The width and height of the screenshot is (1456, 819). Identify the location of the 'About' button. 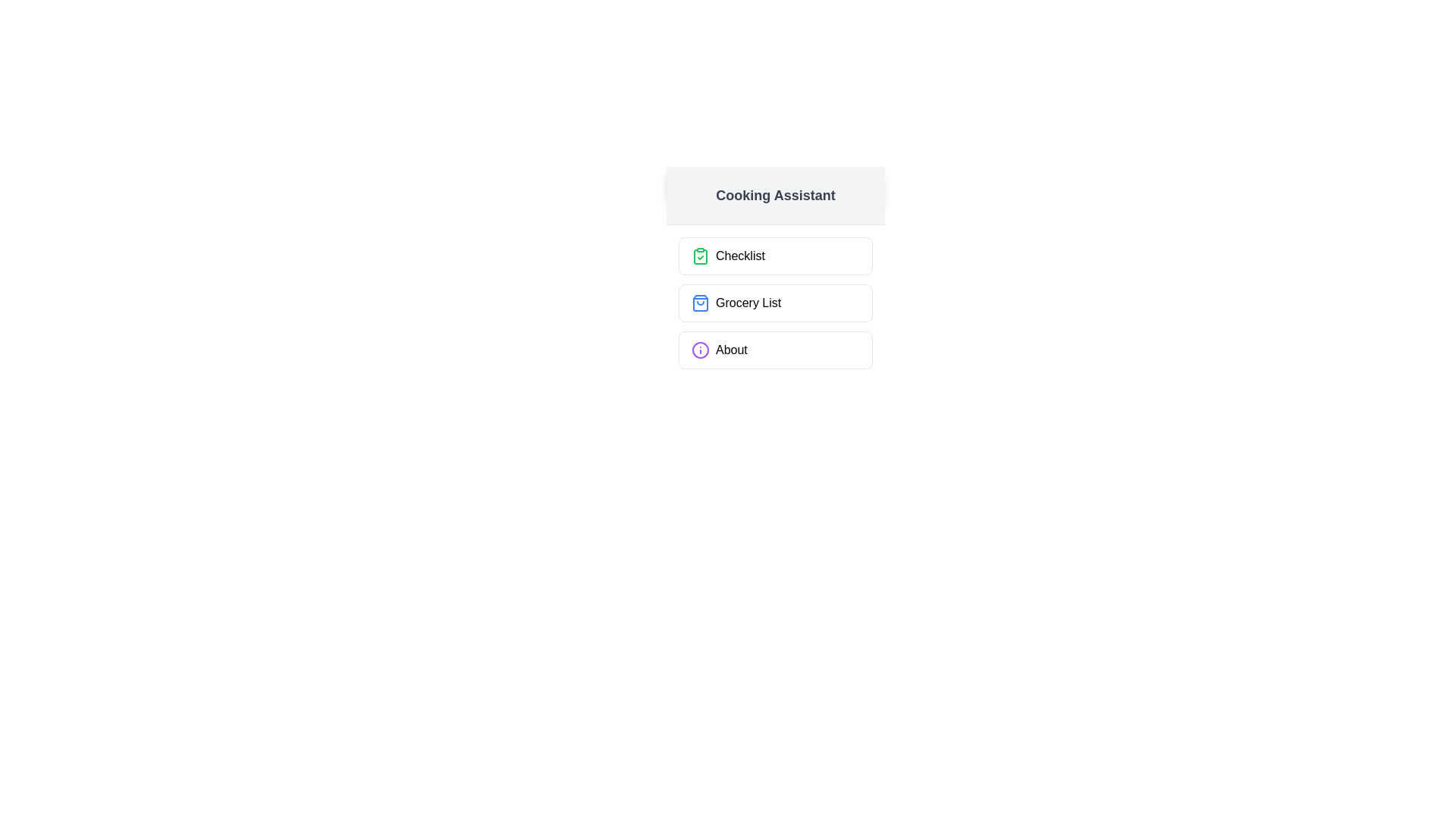
(775, 350).